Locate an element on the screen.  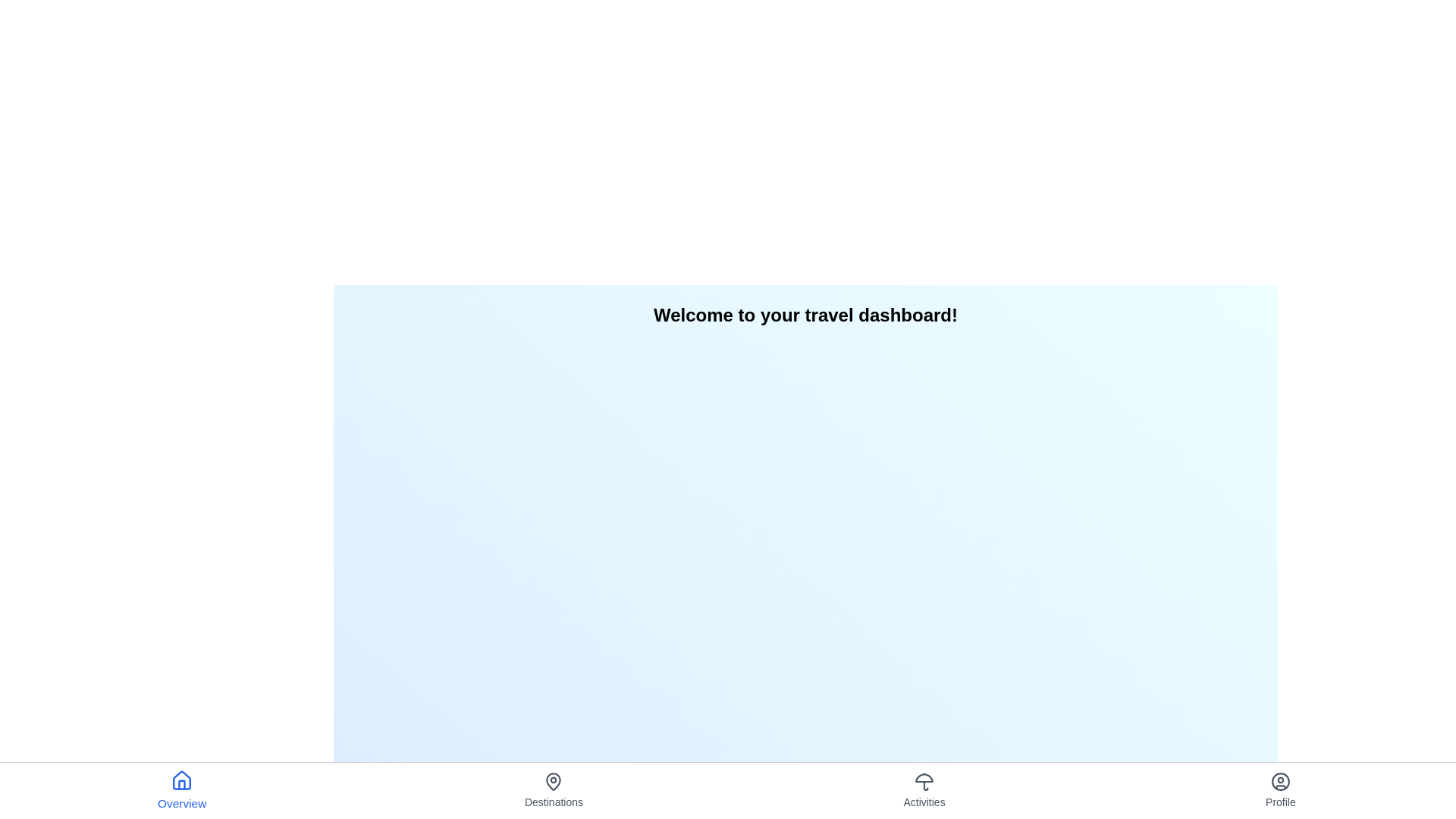
the profile button located in the bottom navigation bar, which is the last item on the right, to change its color is located at coordinates (1279, 789).